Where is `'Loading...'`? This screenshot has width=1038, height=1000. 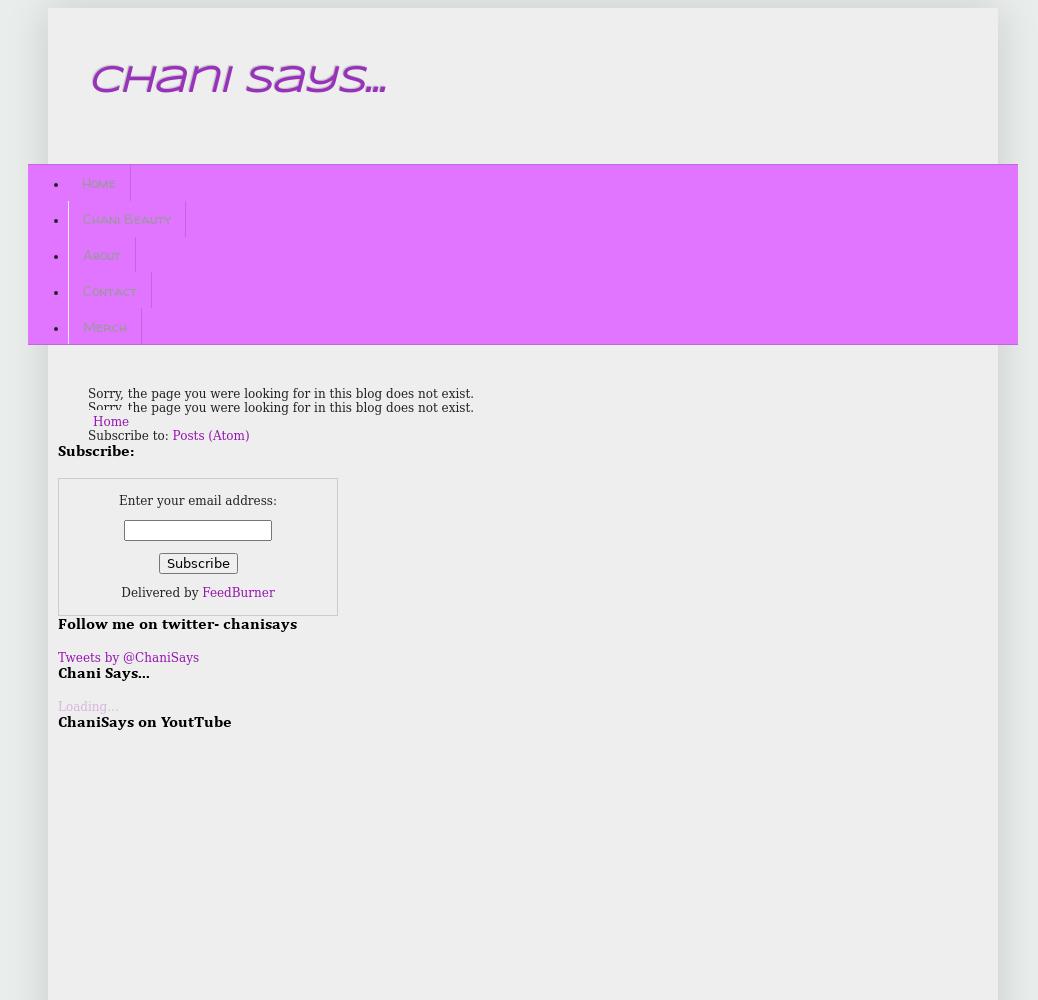
'Loading...' is located at coordinates (87, 705).